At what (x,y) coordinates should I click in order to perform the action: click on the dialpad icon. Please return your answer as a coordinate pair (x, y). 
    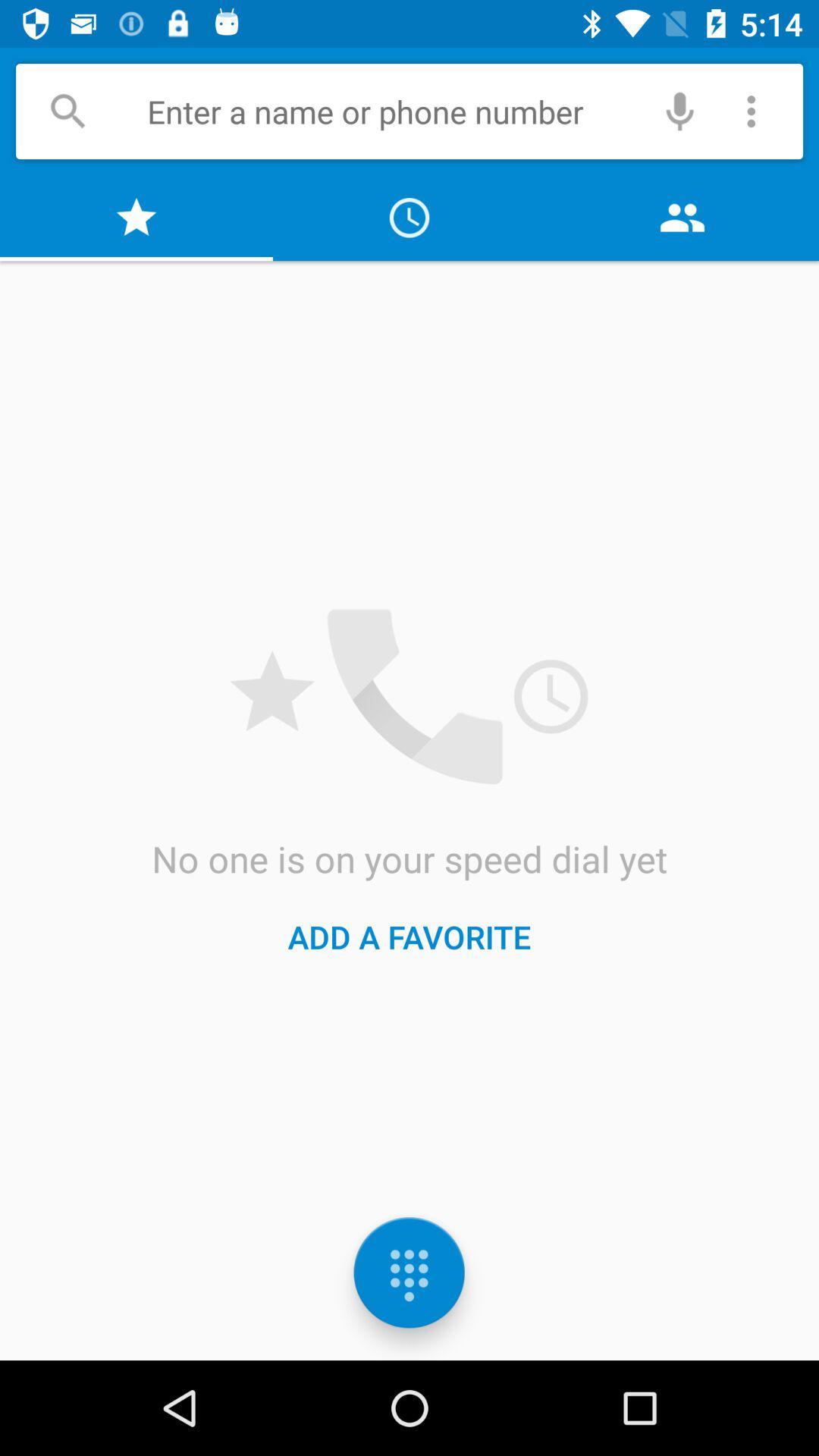
    Looking at the image, I should click on (409, 1272).